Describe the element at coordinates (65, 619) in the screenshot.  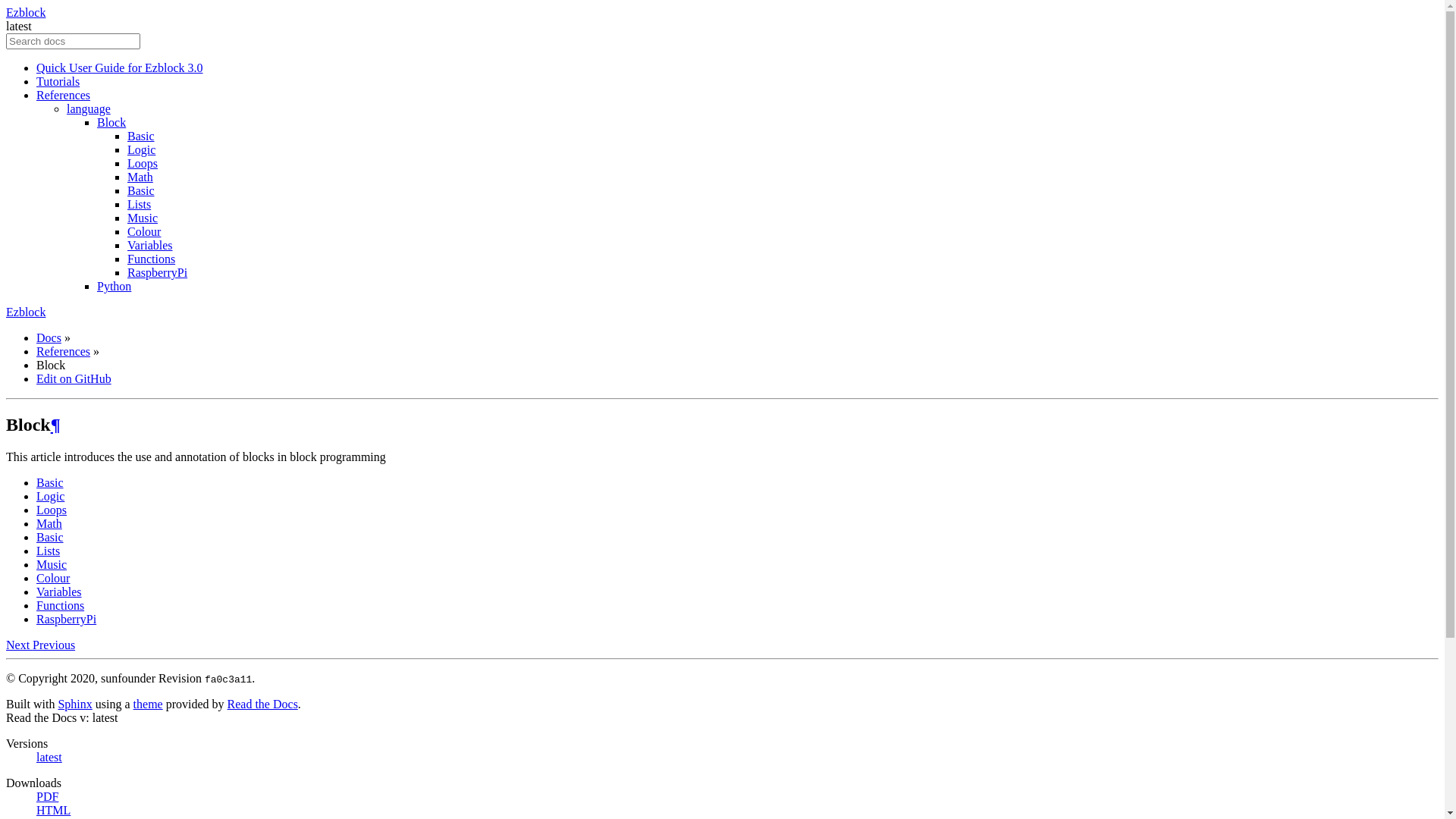
I see `'RaspberryPi'` at that location.